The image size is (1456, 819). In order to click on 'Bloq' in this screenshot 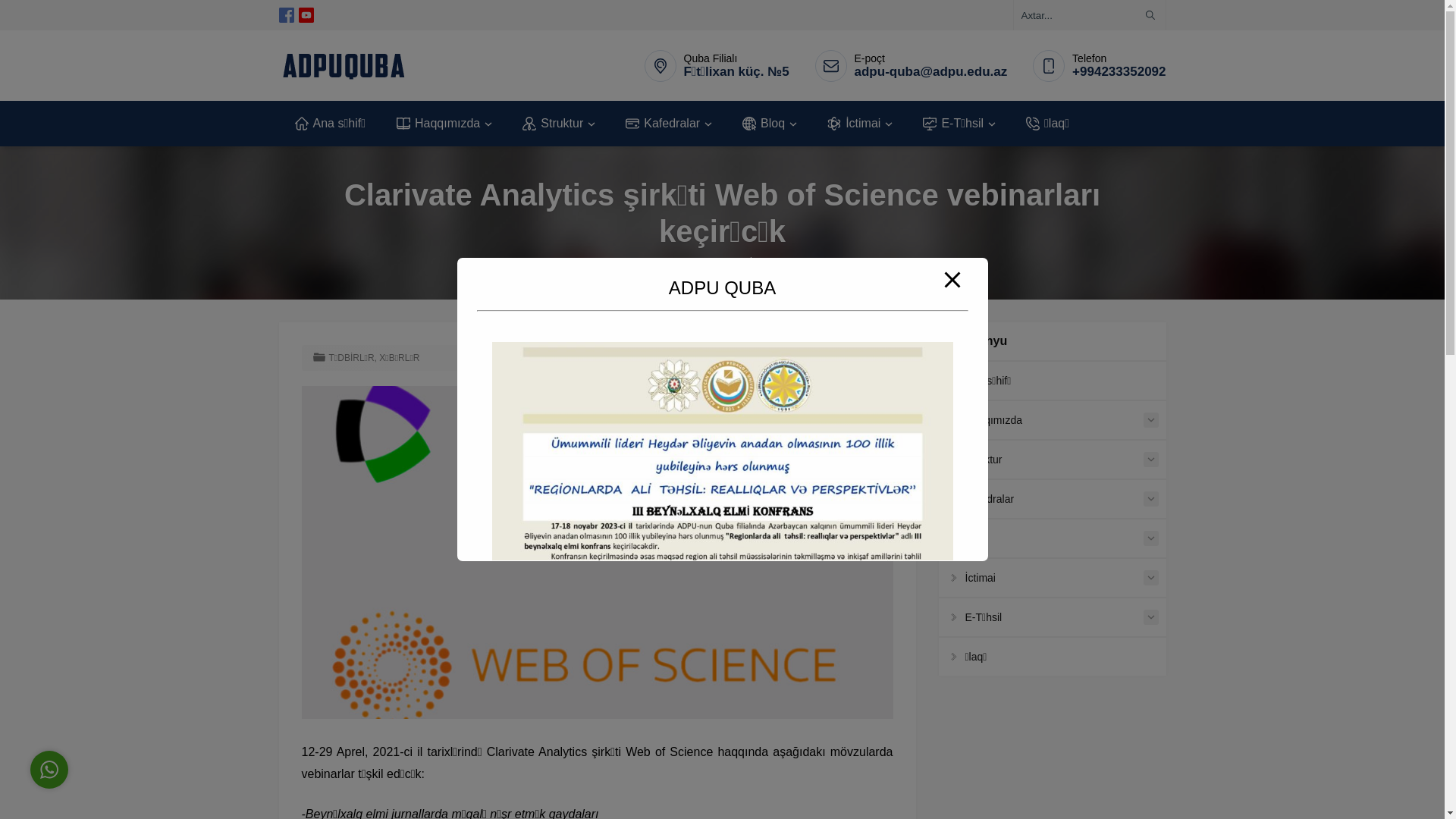, I will do `click(1051, 537)`.